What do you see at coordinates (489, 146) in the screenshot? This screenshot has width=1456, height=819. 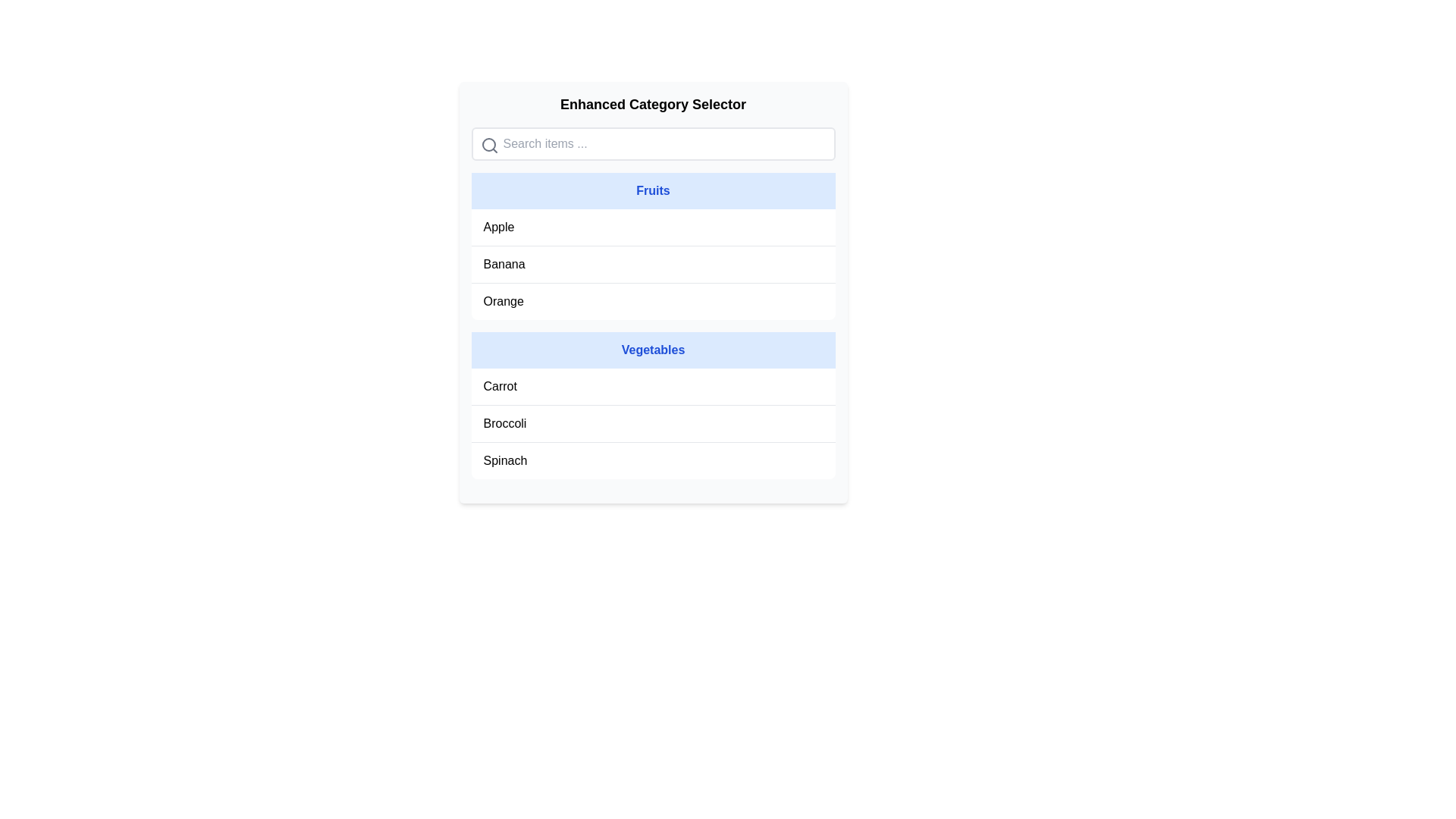 I see `the magnifying glass icon, which is styled with a thin stroke and positioned inside the search bar input field, aligned to the left` at bounding box center [489, 146].